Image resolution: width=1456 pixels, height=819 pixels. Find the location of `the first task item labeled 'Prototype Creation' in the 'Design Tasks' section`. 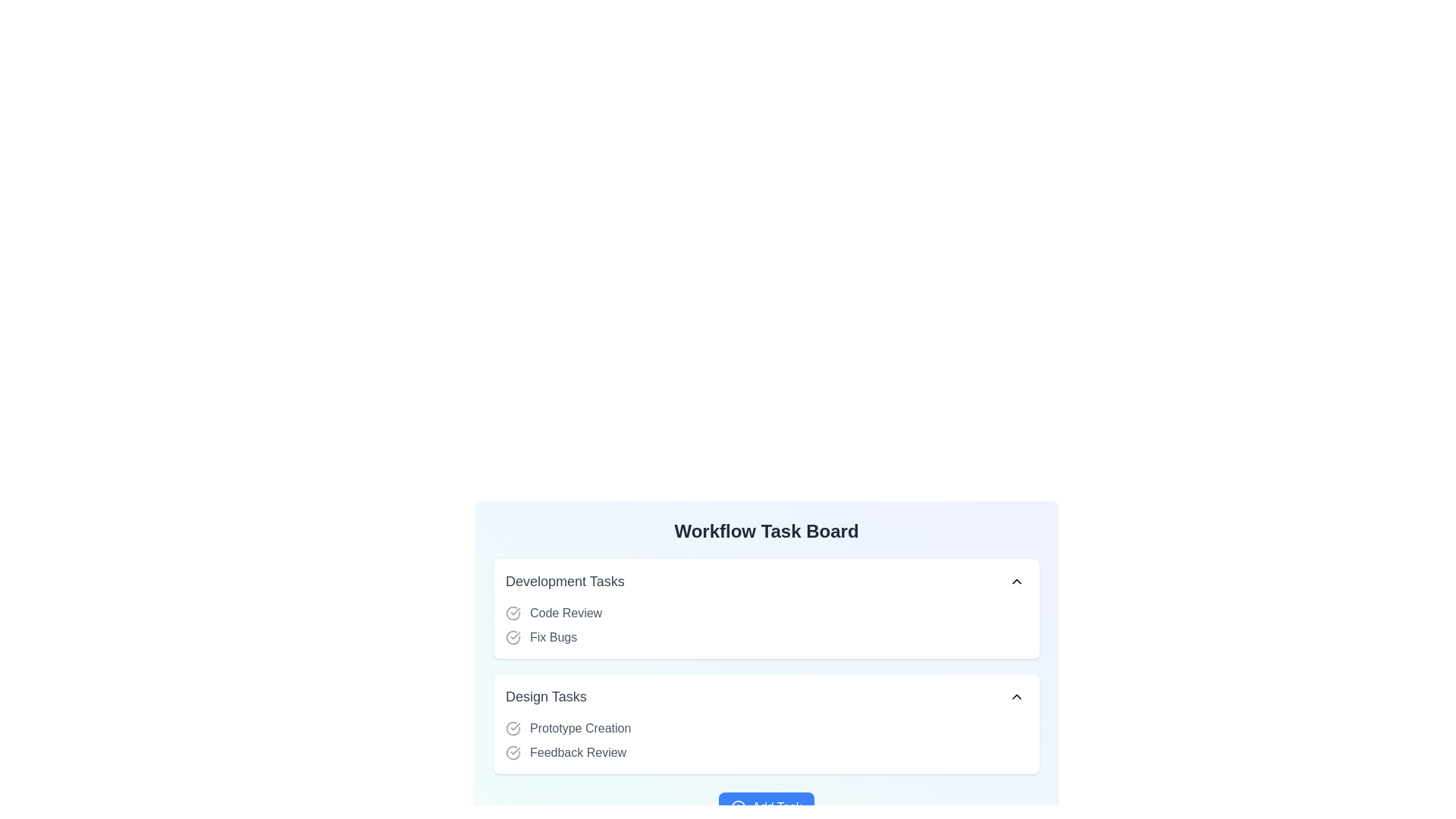

the first task item labeled 'Prototype Creation' in the 'Design Tasks' section is located at coordinates (767, 727).